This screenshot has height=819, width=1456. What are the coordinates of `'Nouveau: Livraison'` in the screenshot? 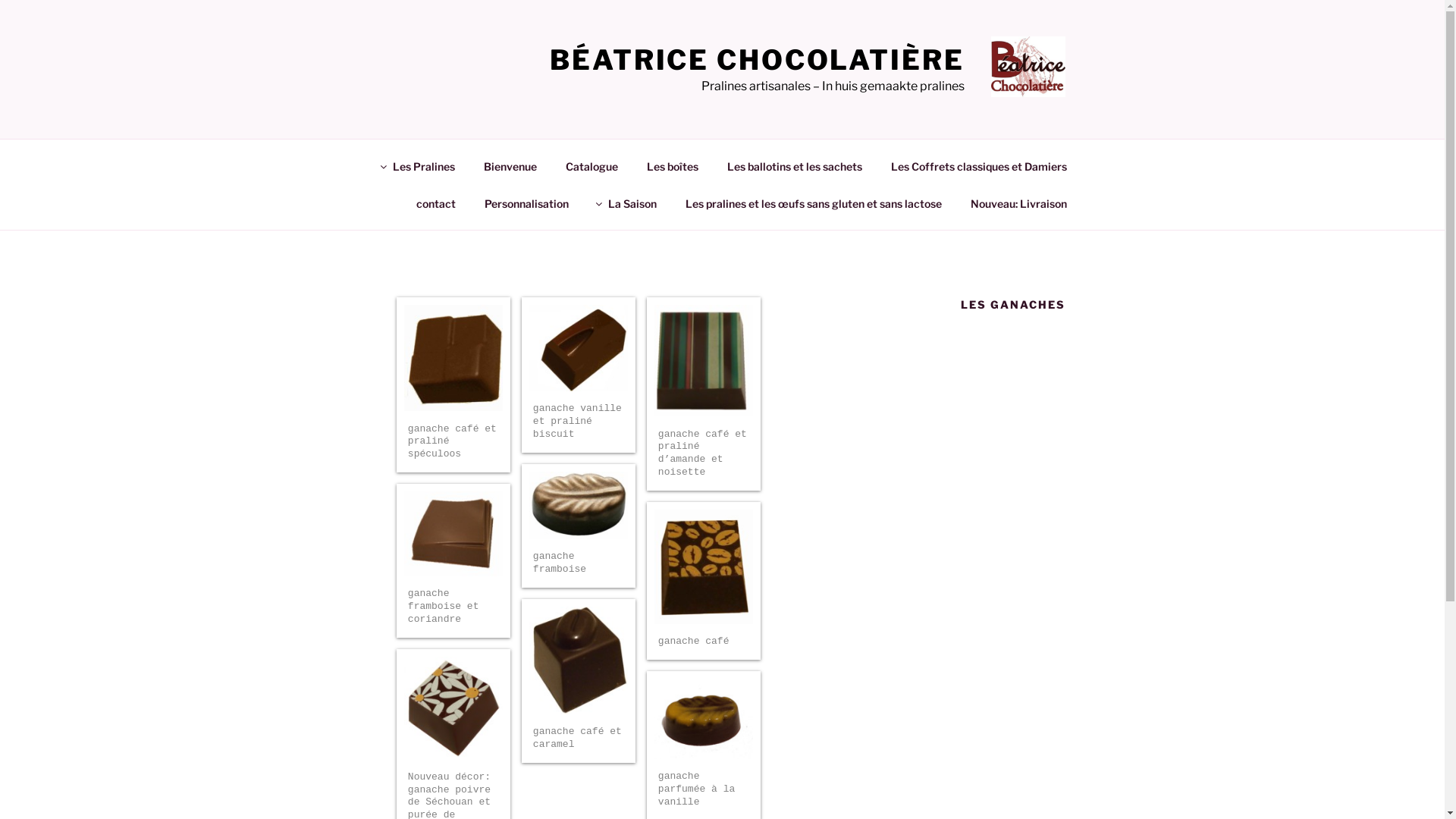 It's located at (1018, 202).